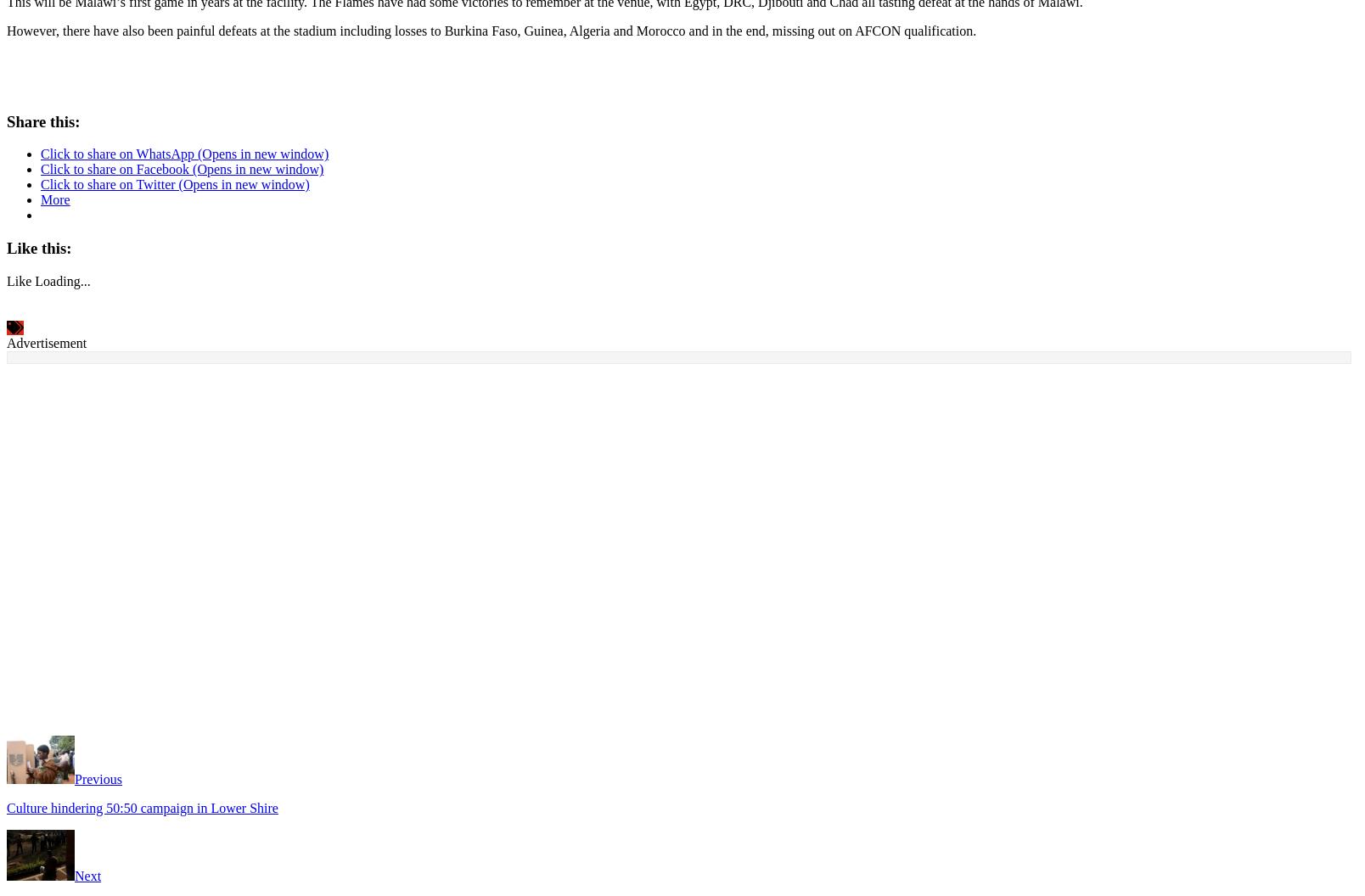  I want to click on 'Like', so click(6, 277).